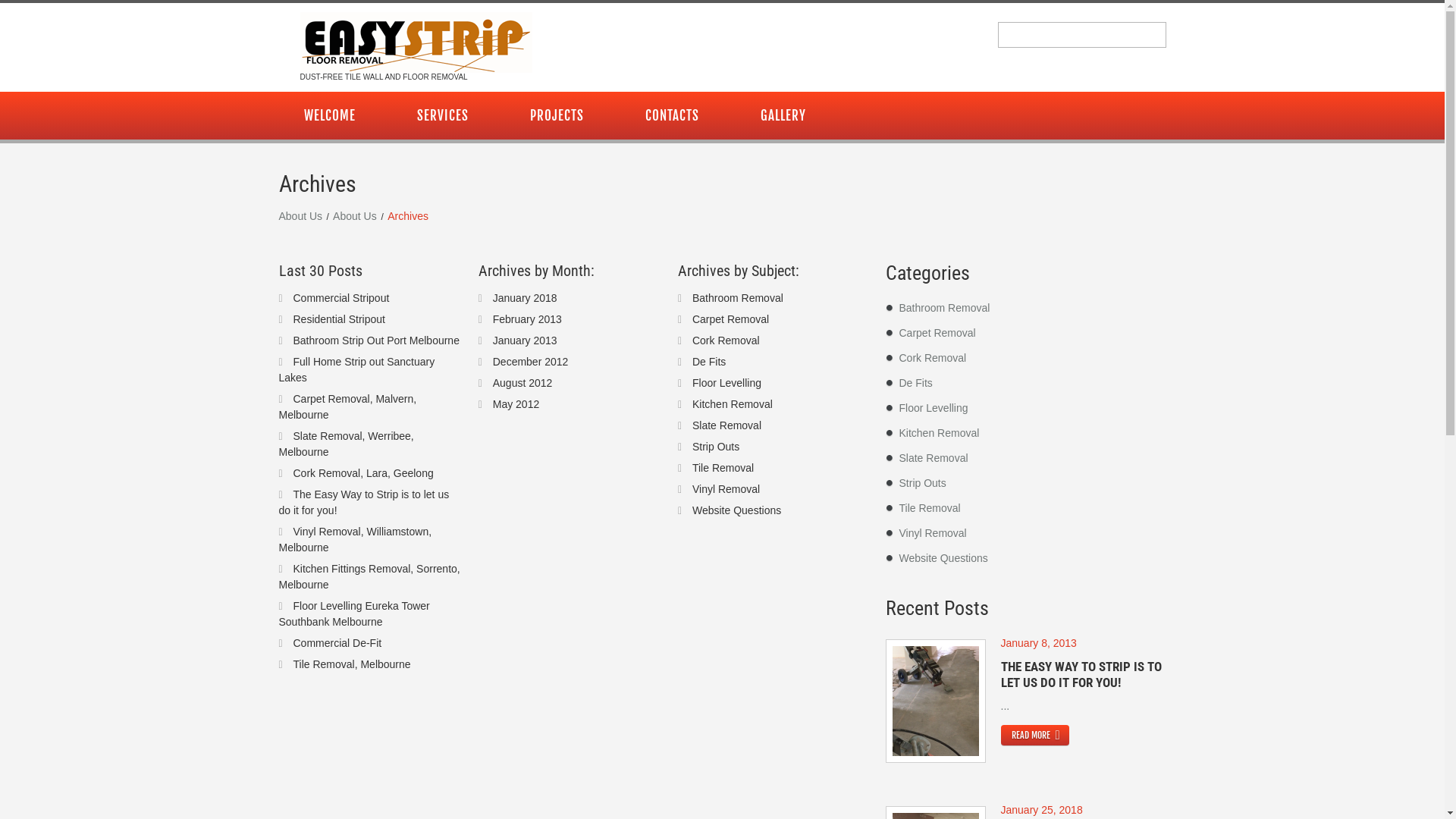  I want to click on 'Bathroom Removal', so click(944, 307).